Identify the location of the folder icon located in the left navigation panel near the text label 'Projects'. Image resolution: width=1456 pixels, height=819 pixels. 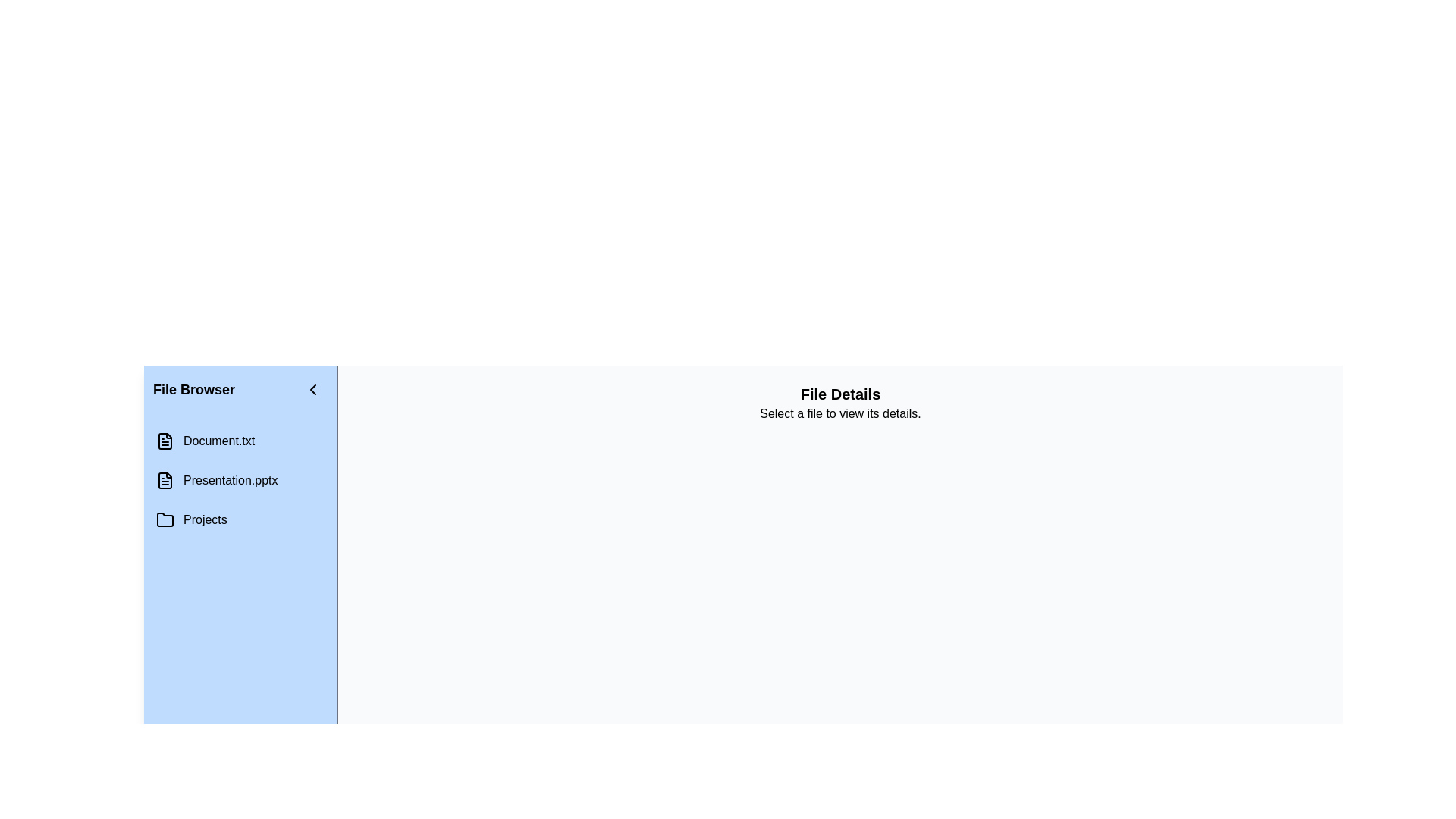
(165, 519).